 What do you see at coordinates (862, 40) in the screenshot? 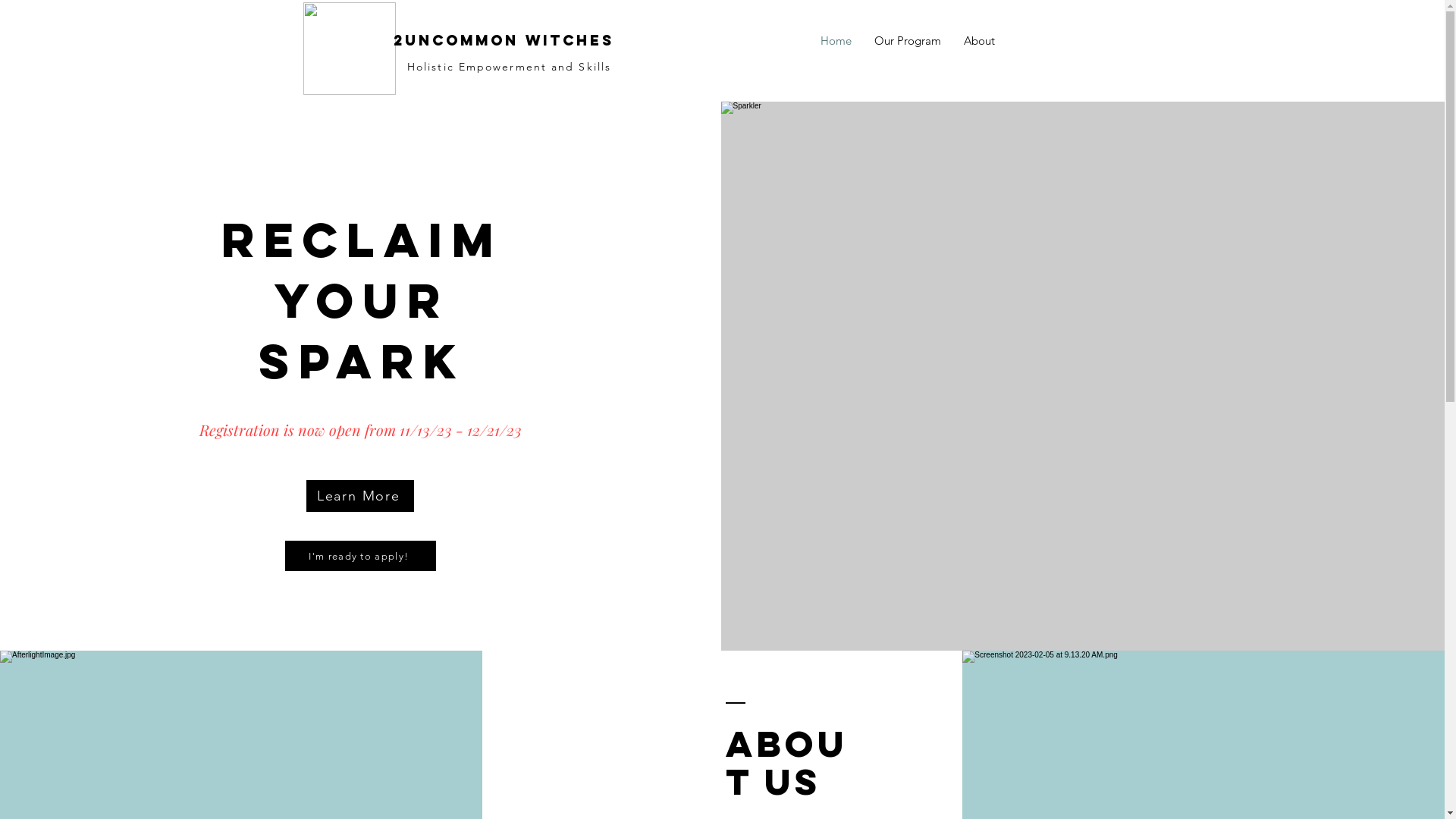
I see `'Our Program'` at bounding box center [862, 40].